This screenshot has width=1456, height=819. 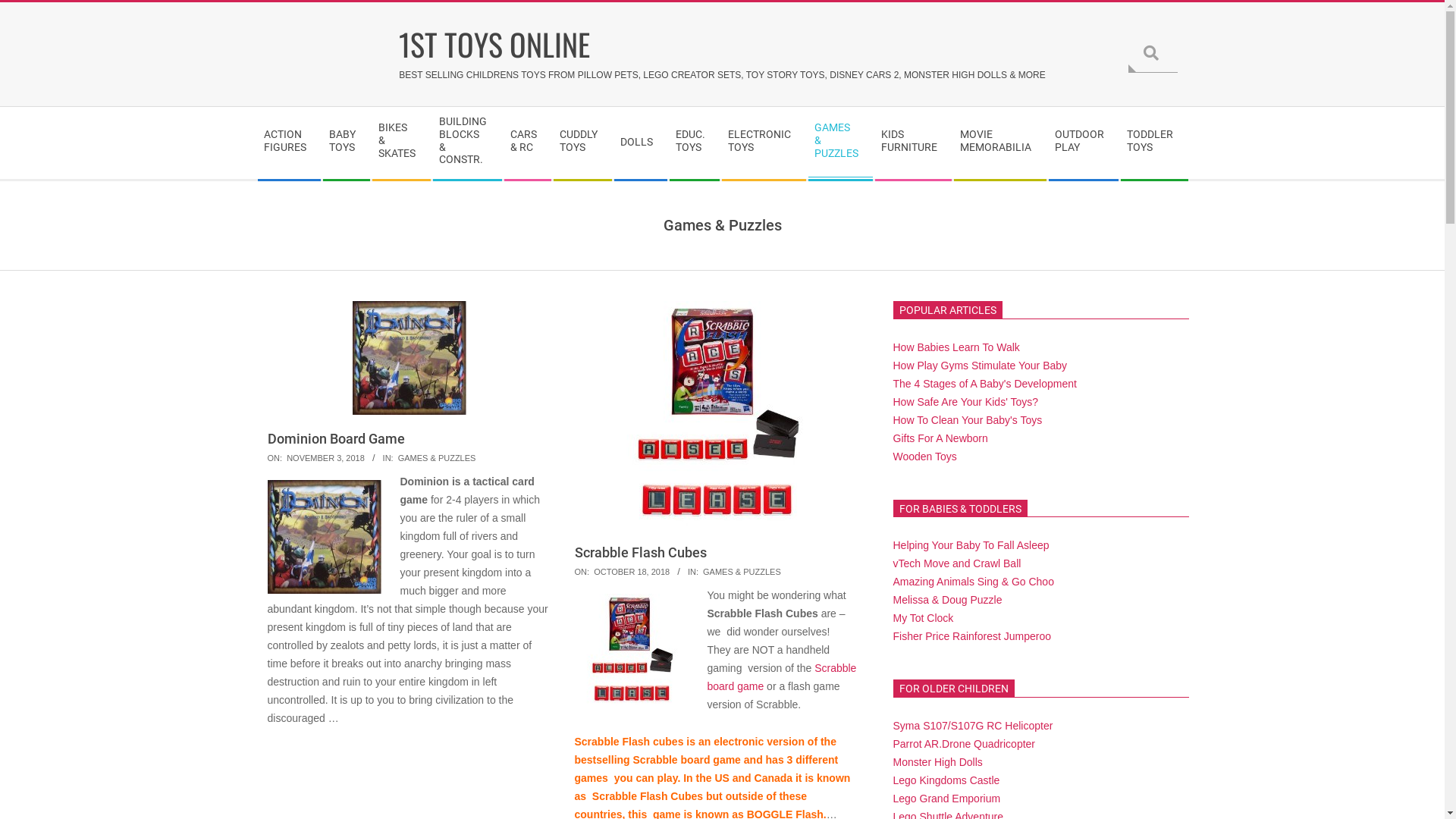 I want to click on 'CUDDLY TOYS', so click(x=582, y=143).